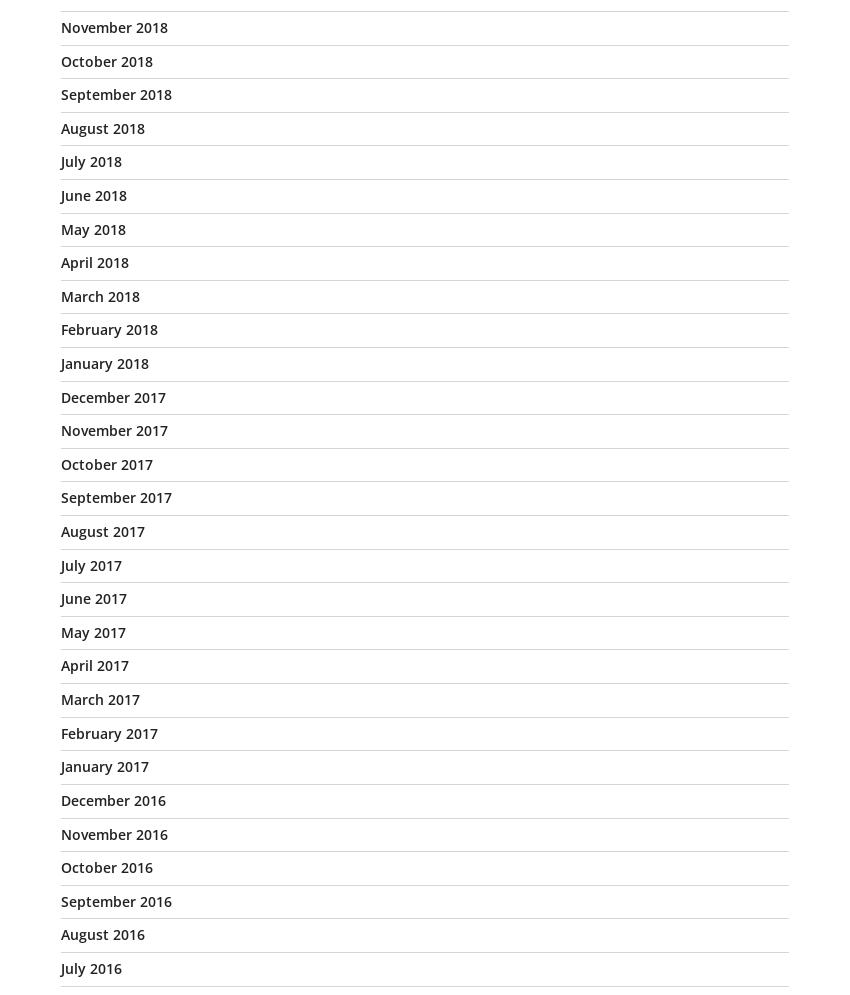 Image resolution: width=850 pixels, height=995 pixels. What do you see at coordinates (113, 429) in the screenshot?
I see `'November 2017'` at bounding box center [113, 429].